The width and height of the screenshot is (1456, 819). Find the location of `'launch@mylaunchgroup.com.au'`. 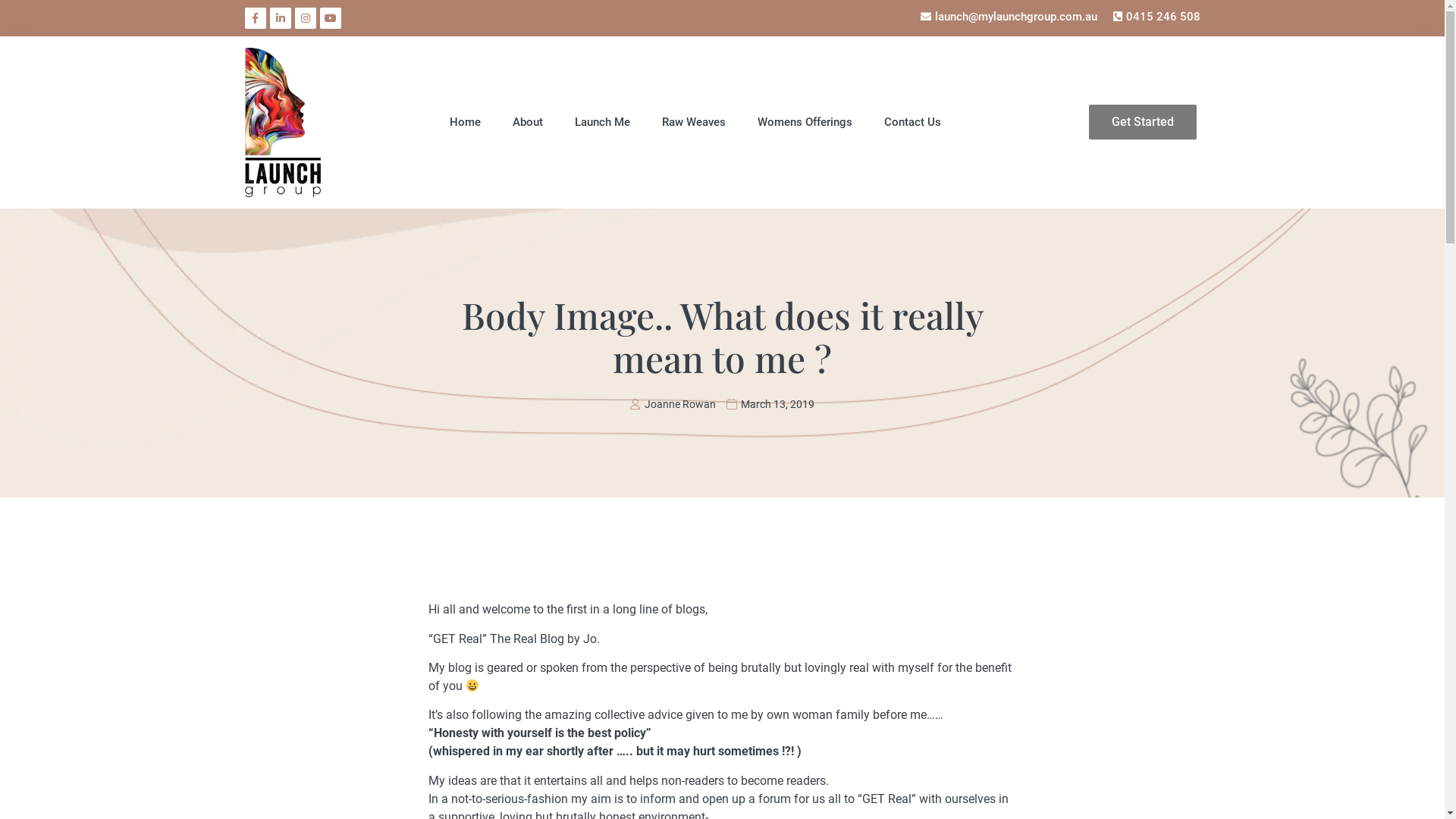

'launch@mylaunchgroup.com.au' is located at coordinates (916, 17).